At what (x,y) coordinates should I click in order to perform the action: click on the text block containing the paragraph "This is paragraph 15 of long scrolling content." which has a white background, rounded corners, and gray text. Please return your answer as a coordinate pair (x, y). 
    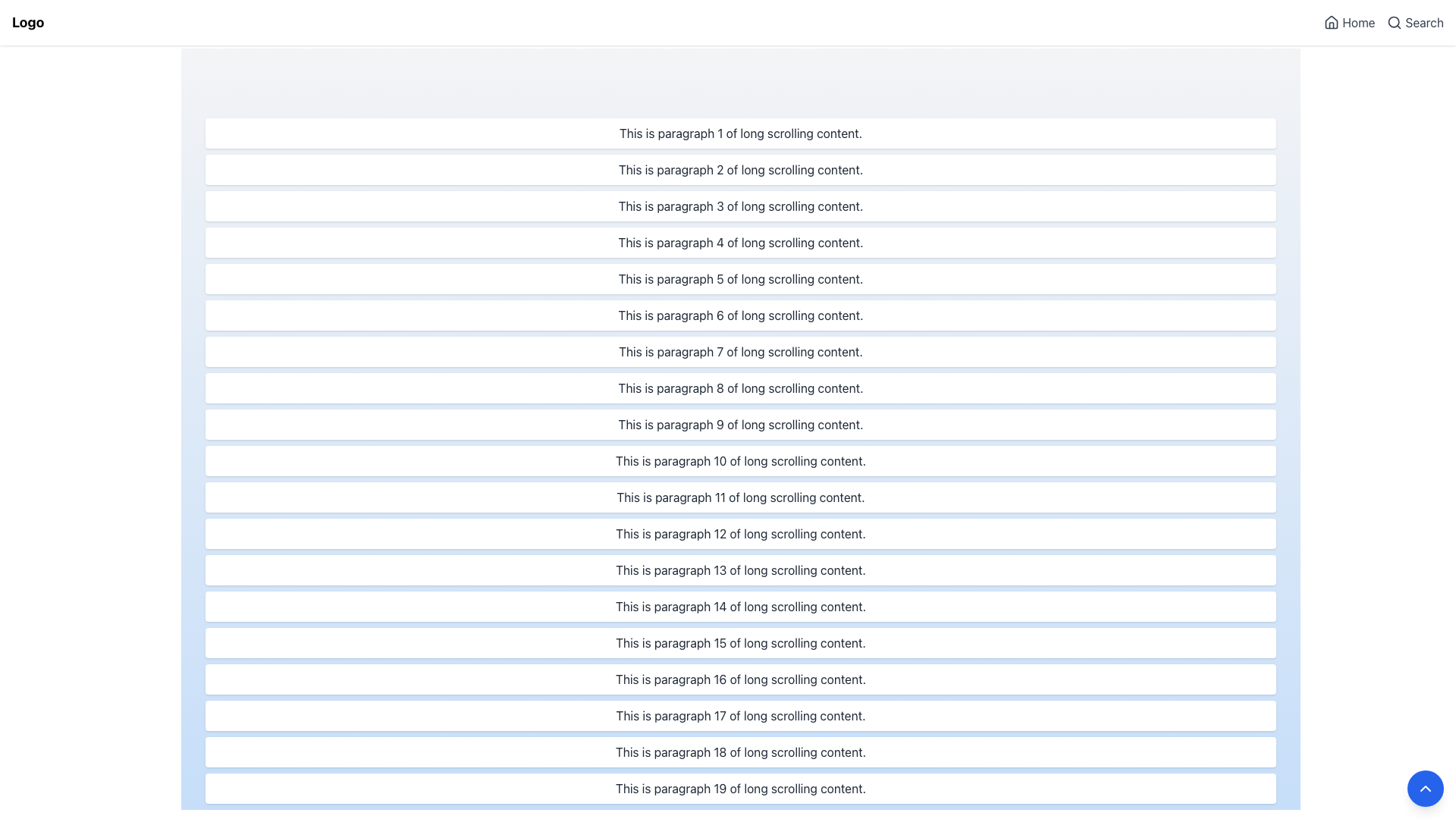
    Looking at the image, I should click on (741, 643).